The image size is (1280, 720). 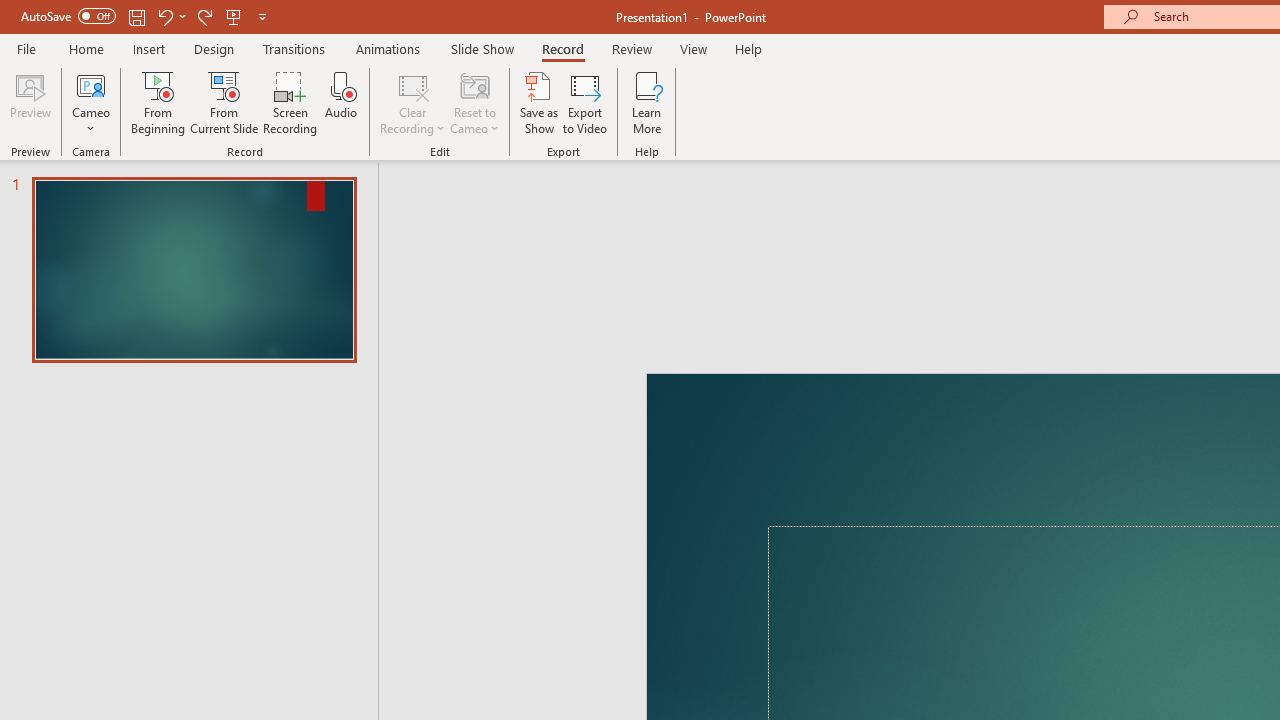 What do you see at coordinates (584, 103) in the screenshot?
I see `'Export to Video'` at bounding box center [584, 103].